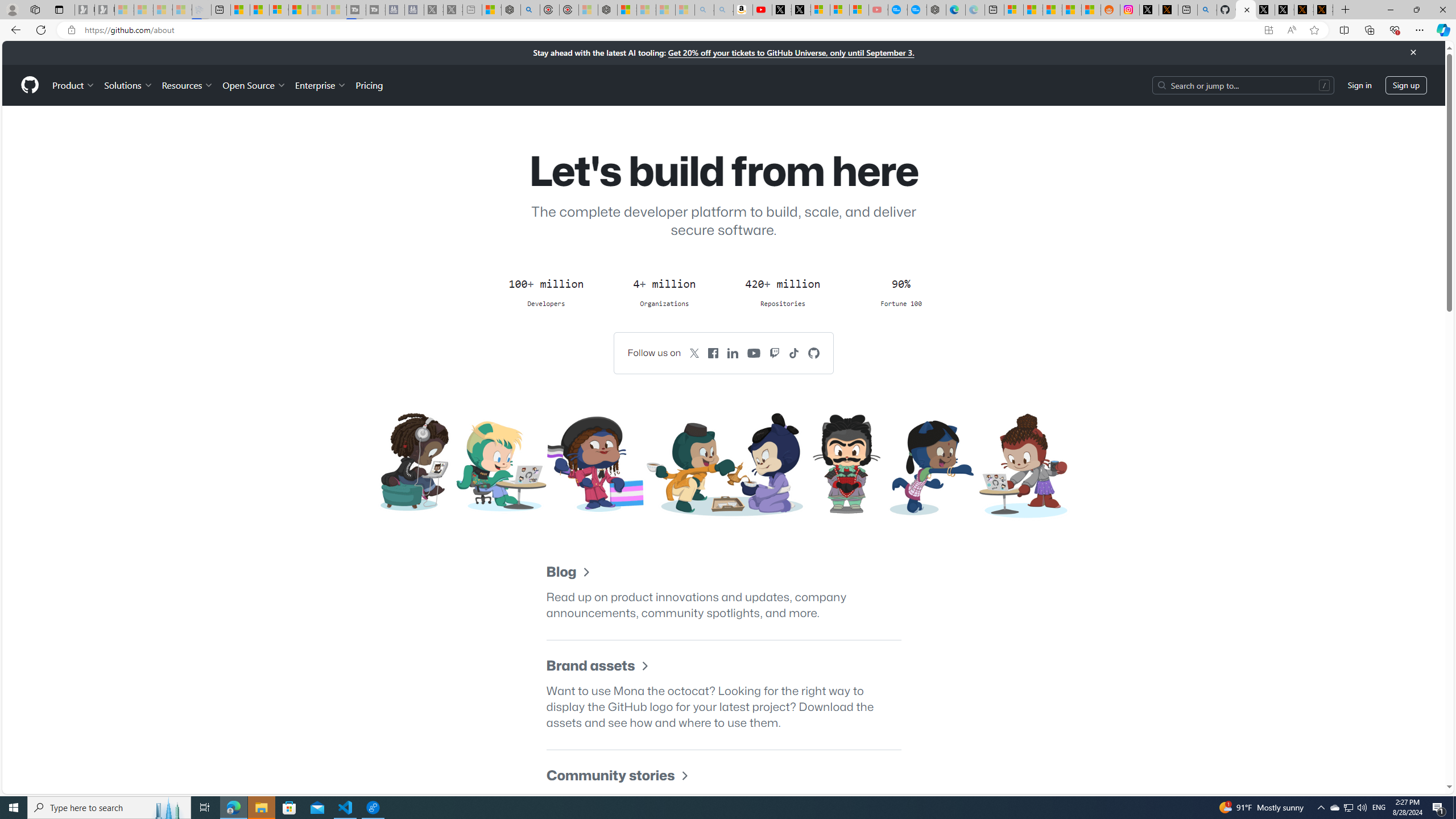 The height and width of the screenshot is (819, 1456). What do you see at coordinates (74, 85) in the screenshot?
I see `'Product'` at bounding box center [74, 85].